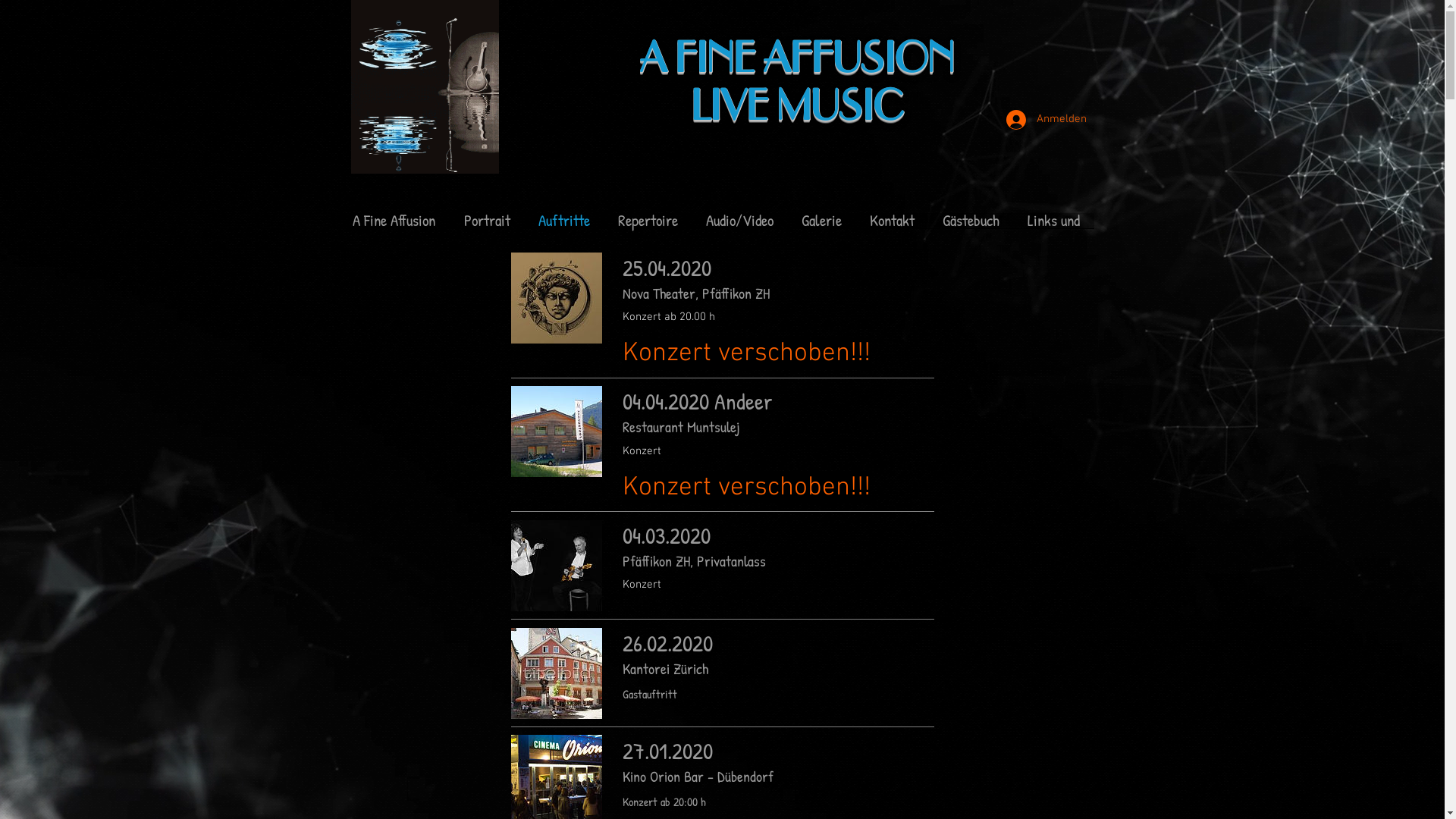  What do you see at coordinates (556, 431) in the screenshot?
I see `'Muntsulej.jpg'` at bounding box center [556, 431].